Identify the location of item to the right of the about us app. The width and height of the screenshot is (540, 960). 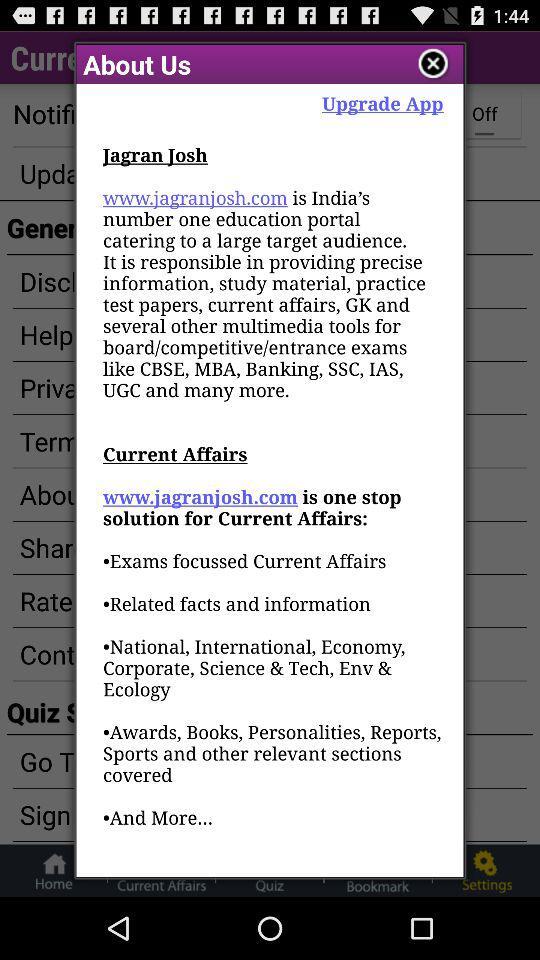
(382, 103).